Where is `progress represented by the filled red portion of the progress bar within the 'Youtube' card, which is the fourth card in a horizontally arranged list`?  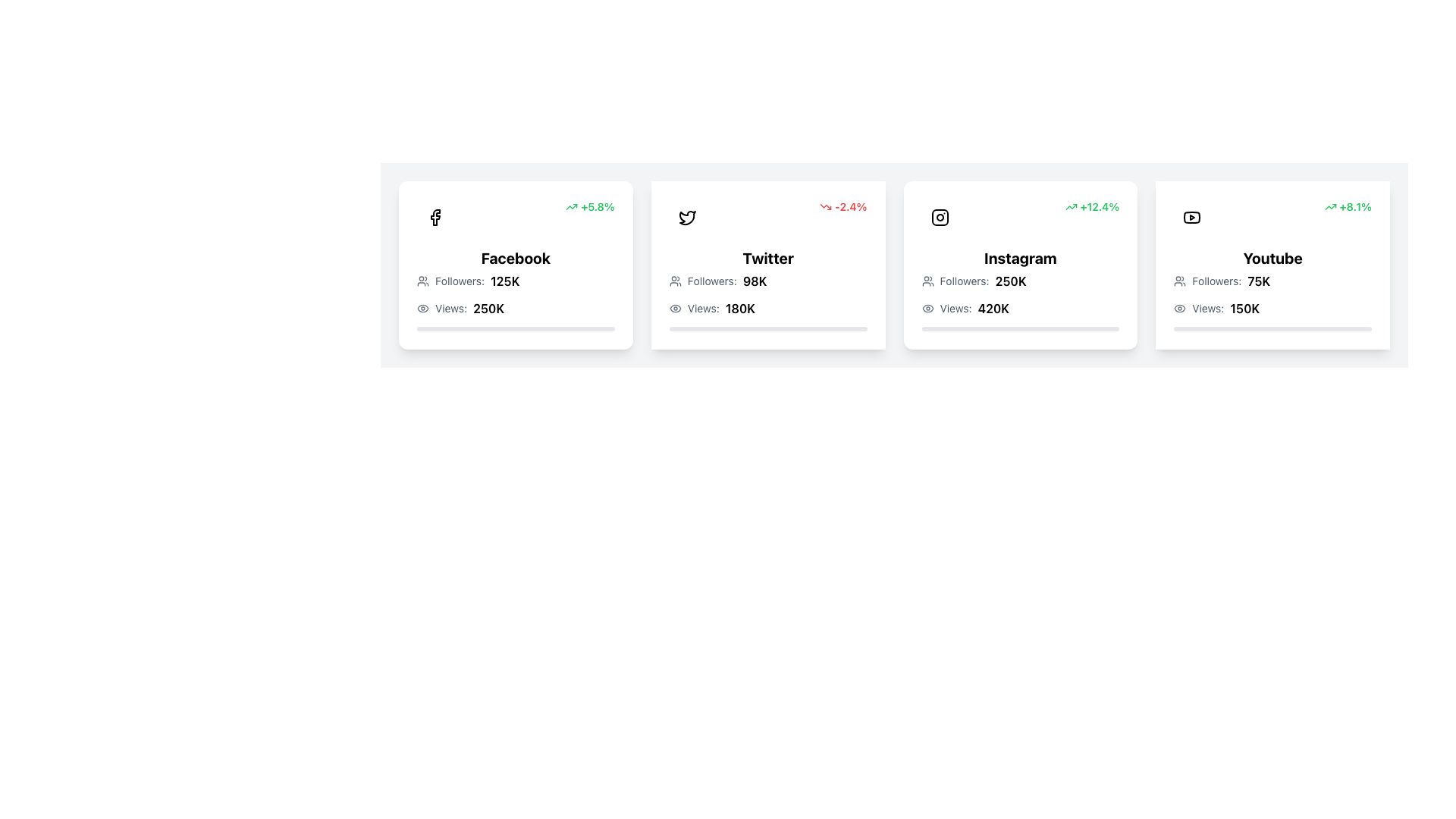 progress represented by the filled red portion of the progress bar within the 'Youtube' card, which is the fourth card in a horizontally arranged list is located at coordinates (1233, 328).